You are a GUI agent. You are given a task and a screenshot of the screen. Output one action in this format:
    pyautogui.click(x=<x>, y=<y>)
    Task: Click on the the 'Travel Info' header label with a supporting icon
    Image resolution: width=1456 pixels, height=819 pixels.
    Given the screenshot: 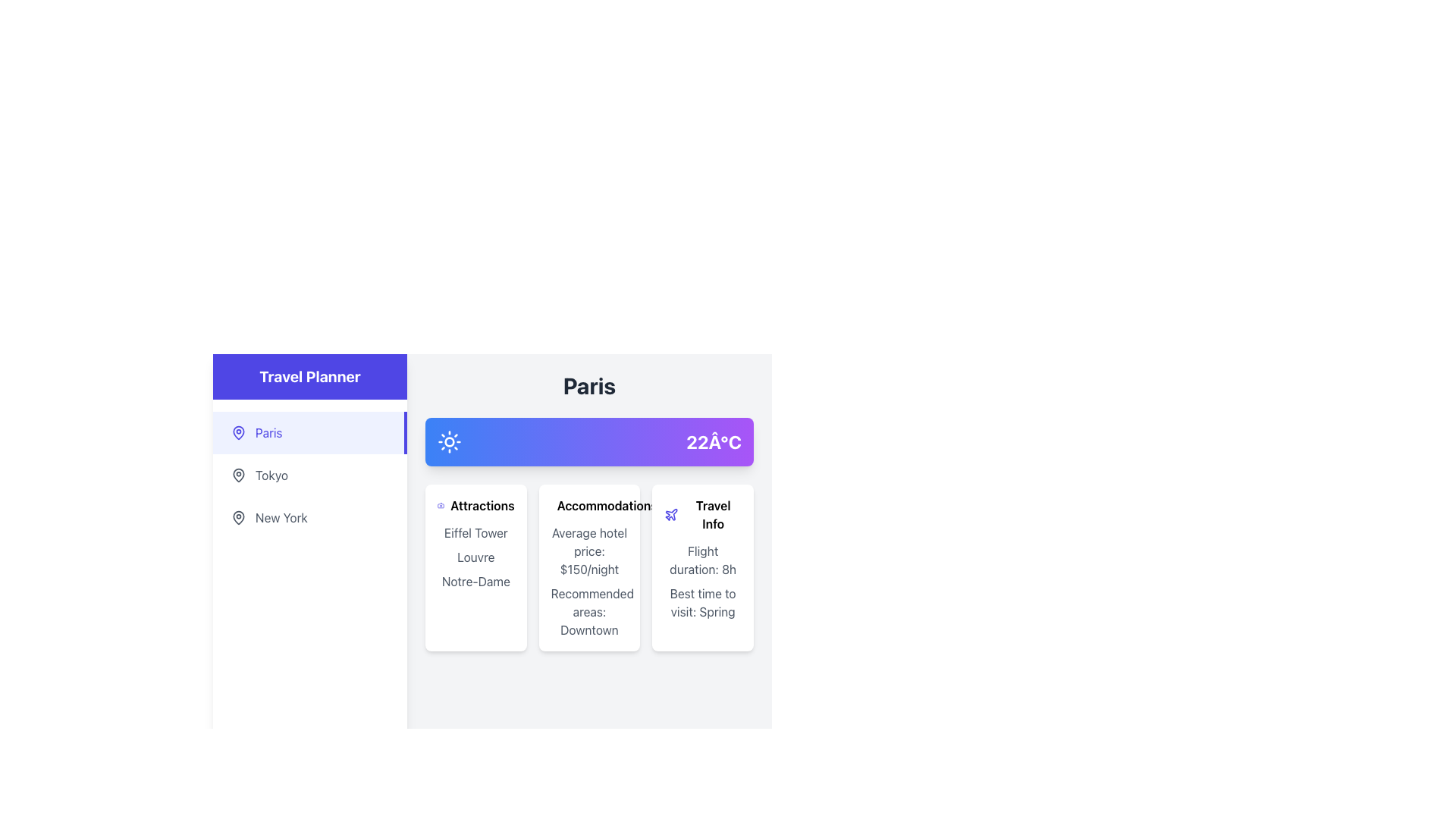 What is the action you would take?
    pyautogui.click(x=702, y=513)
    